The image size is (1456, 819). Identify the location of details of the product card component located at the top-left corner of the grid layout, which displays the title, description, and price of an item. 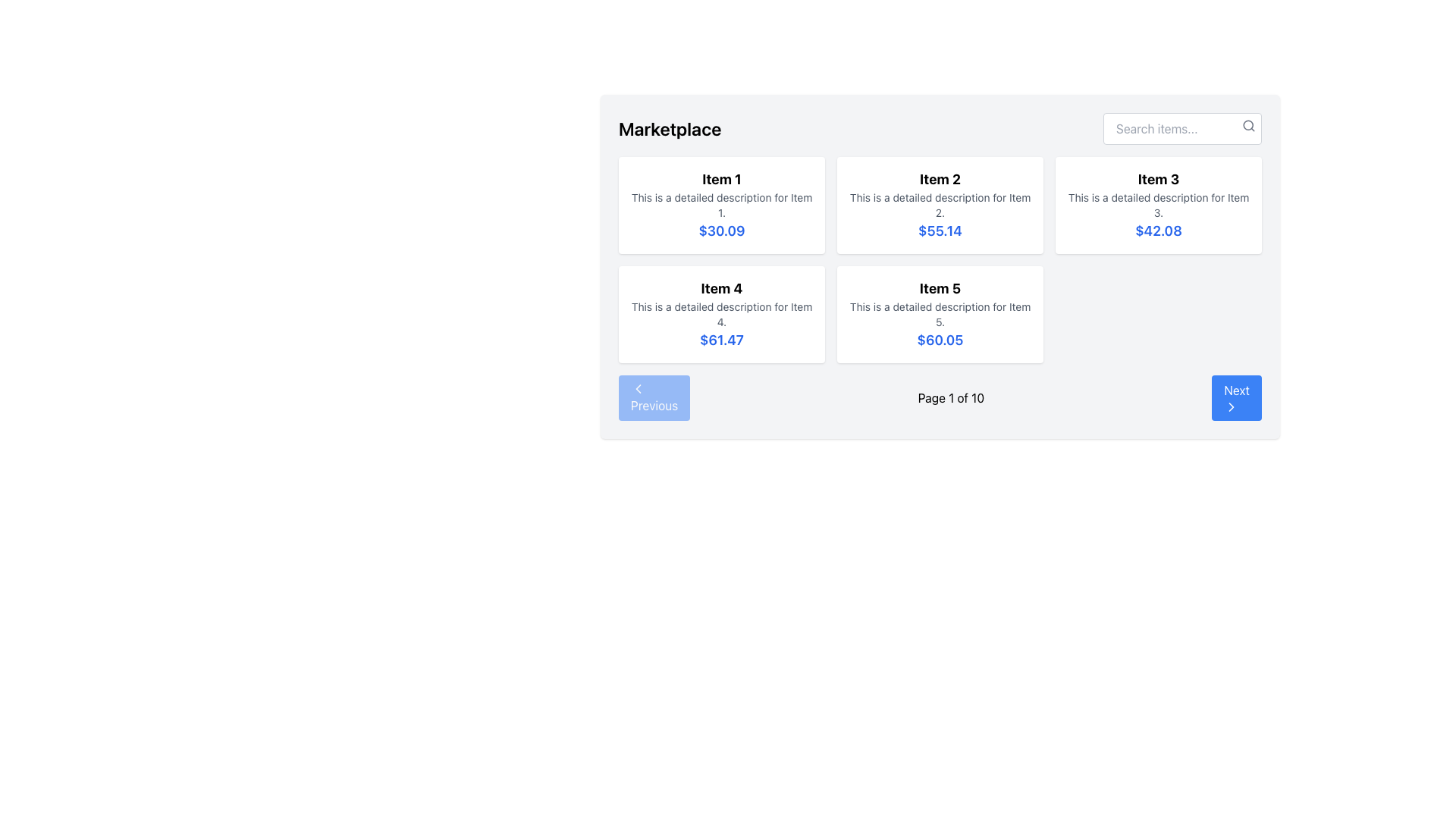
(720, 205).